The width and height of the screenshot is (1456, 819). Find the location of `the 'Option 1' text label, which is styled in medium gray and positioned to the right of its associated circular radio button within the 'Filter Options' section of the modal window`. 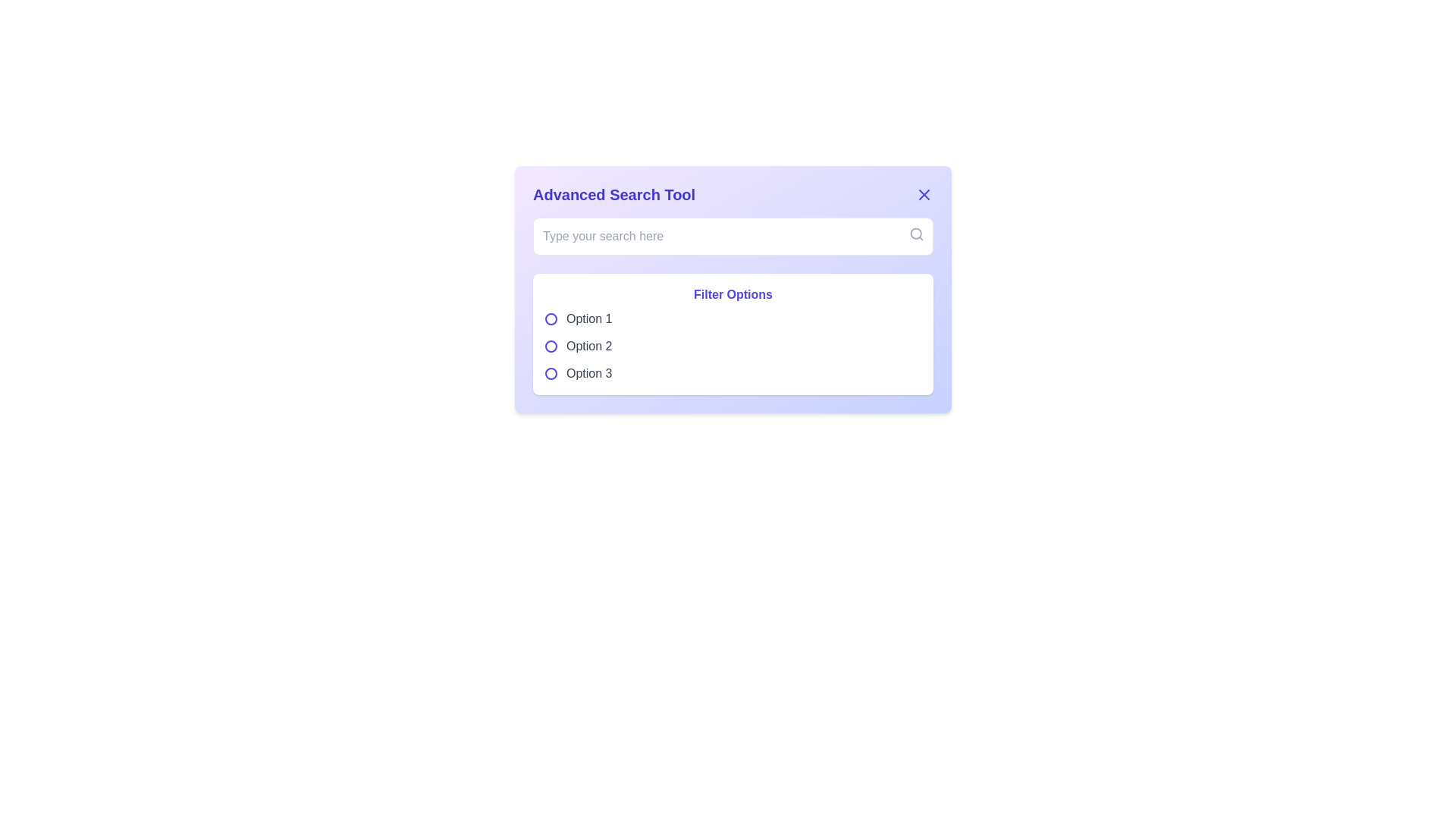

the 'Option 1' text label, which is styled in medium gray and positioned to the right of its associated circular radio button within the 'Filter Options' section of the modal window is located at coordinates (588, 318).